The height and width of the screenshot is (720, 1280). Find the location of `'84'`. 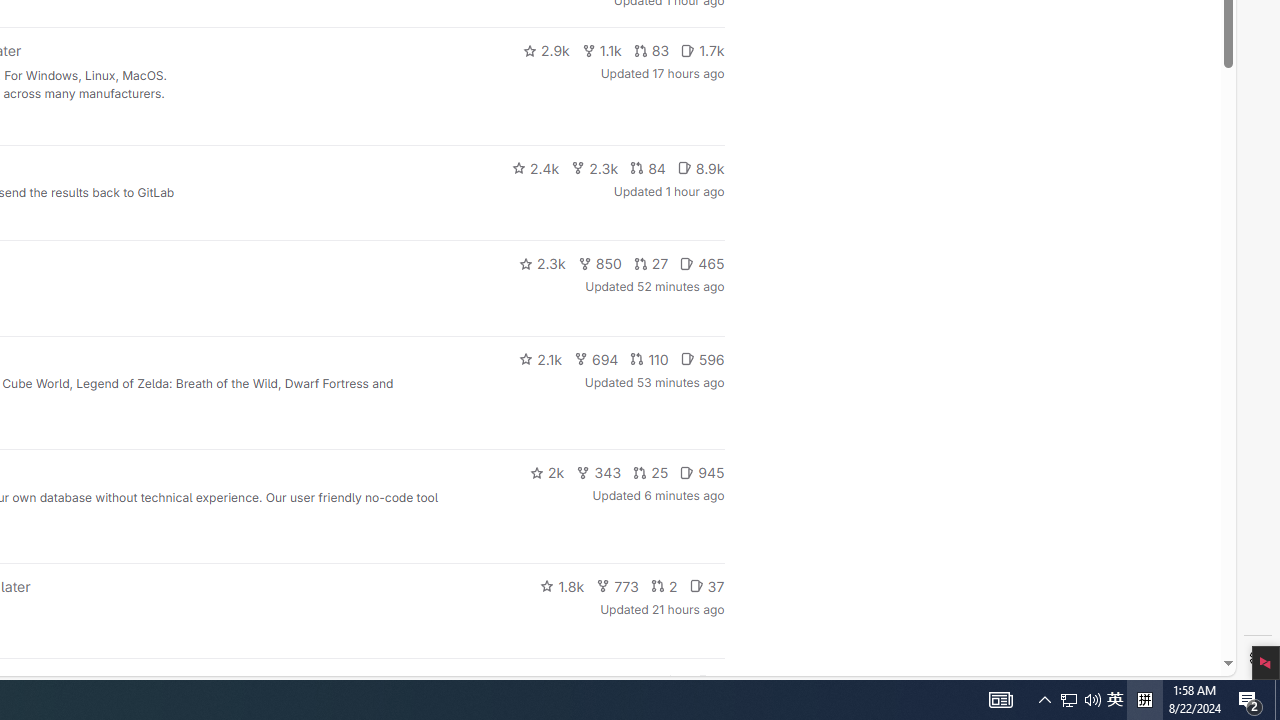

'84' is located at coordinates (647, 167).